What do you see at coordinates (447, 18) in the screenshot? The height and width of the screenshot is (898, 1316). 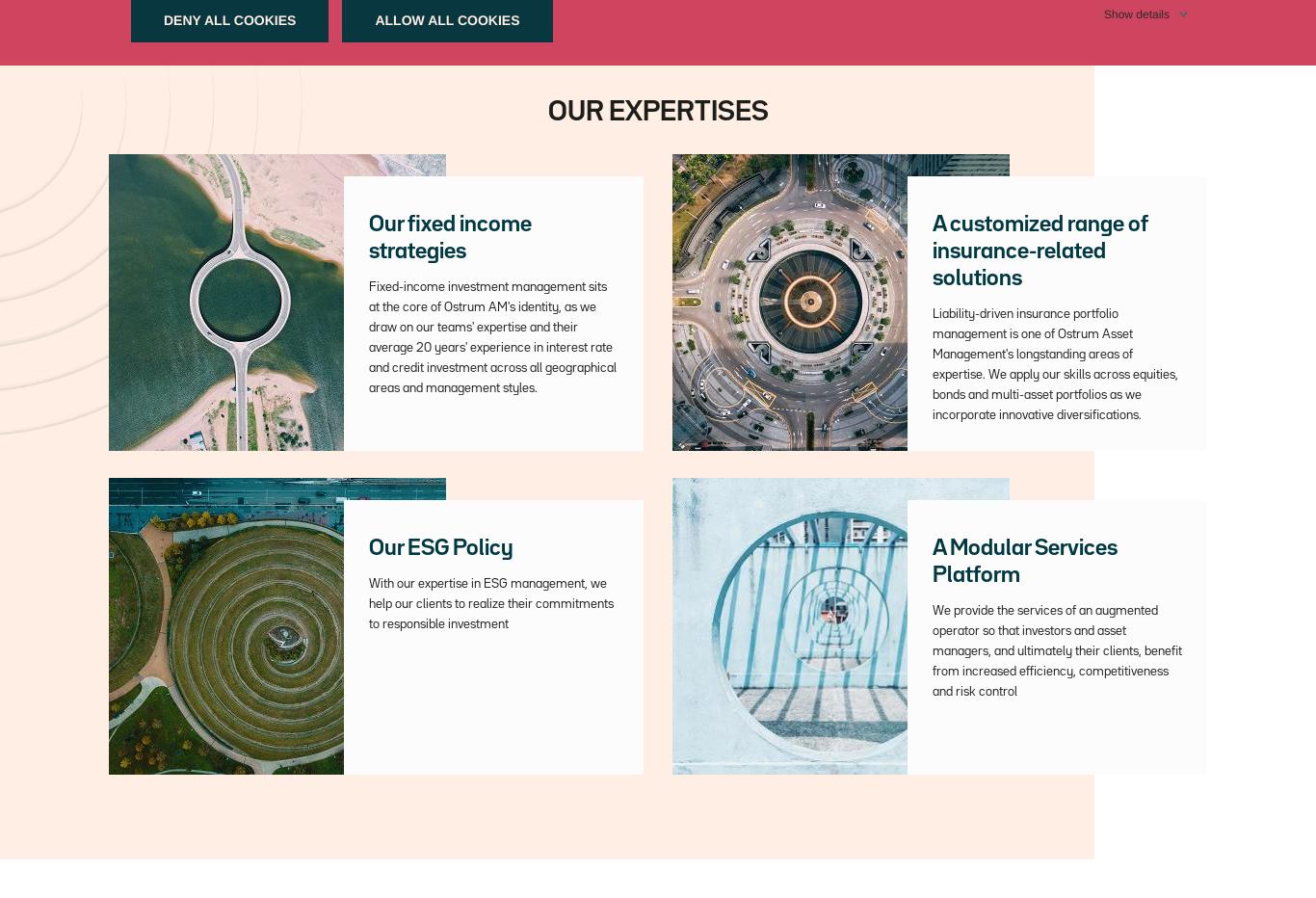 I see `'Allow all cookies'` at bounding box center [447, 18].